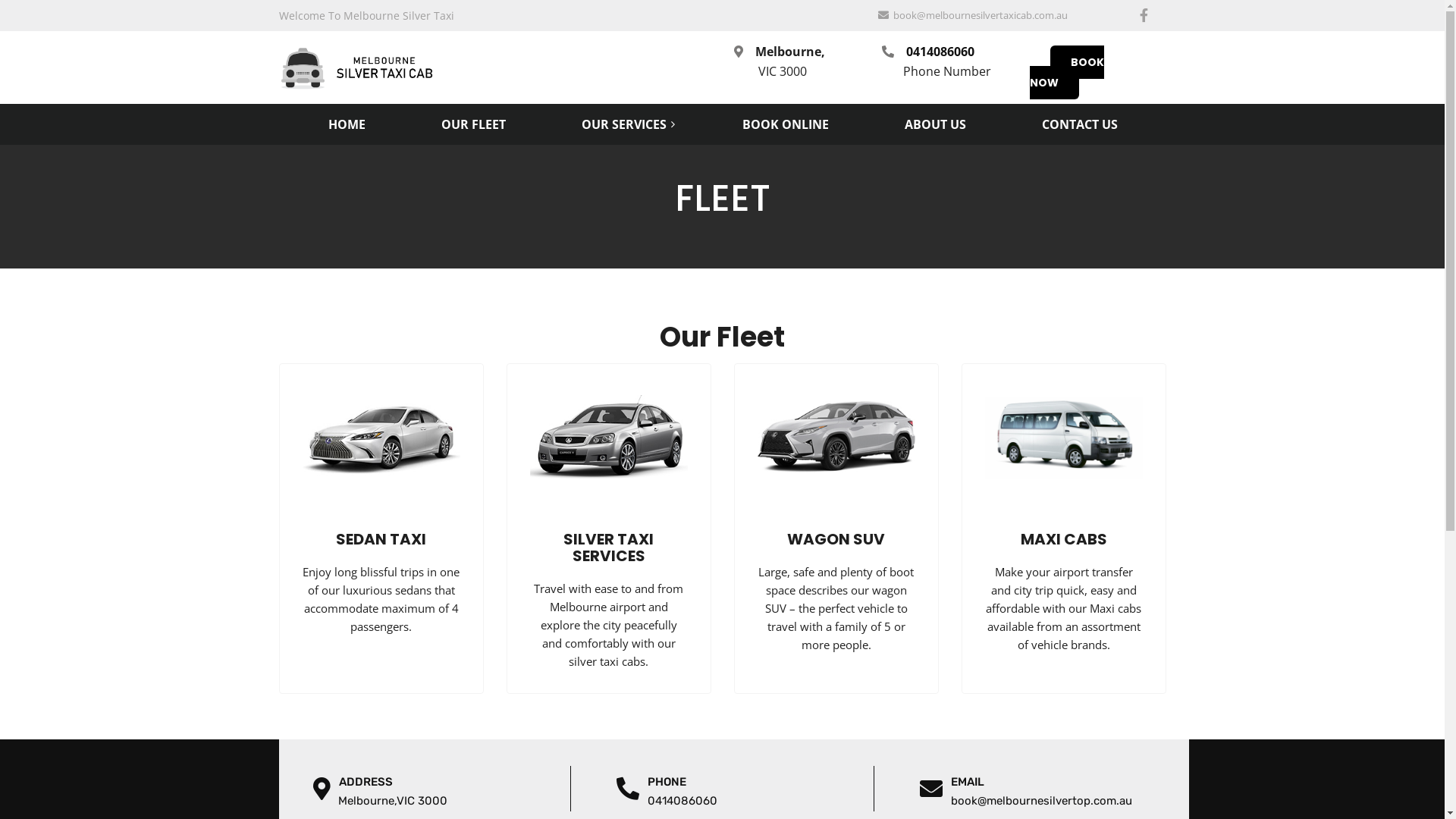 The width and height of the screenshot is (1456, 819). What do you see at coordinates (1078, 121) in the screenshot?
I see `'CONTACT US'` at bounding box center [1078, 121].